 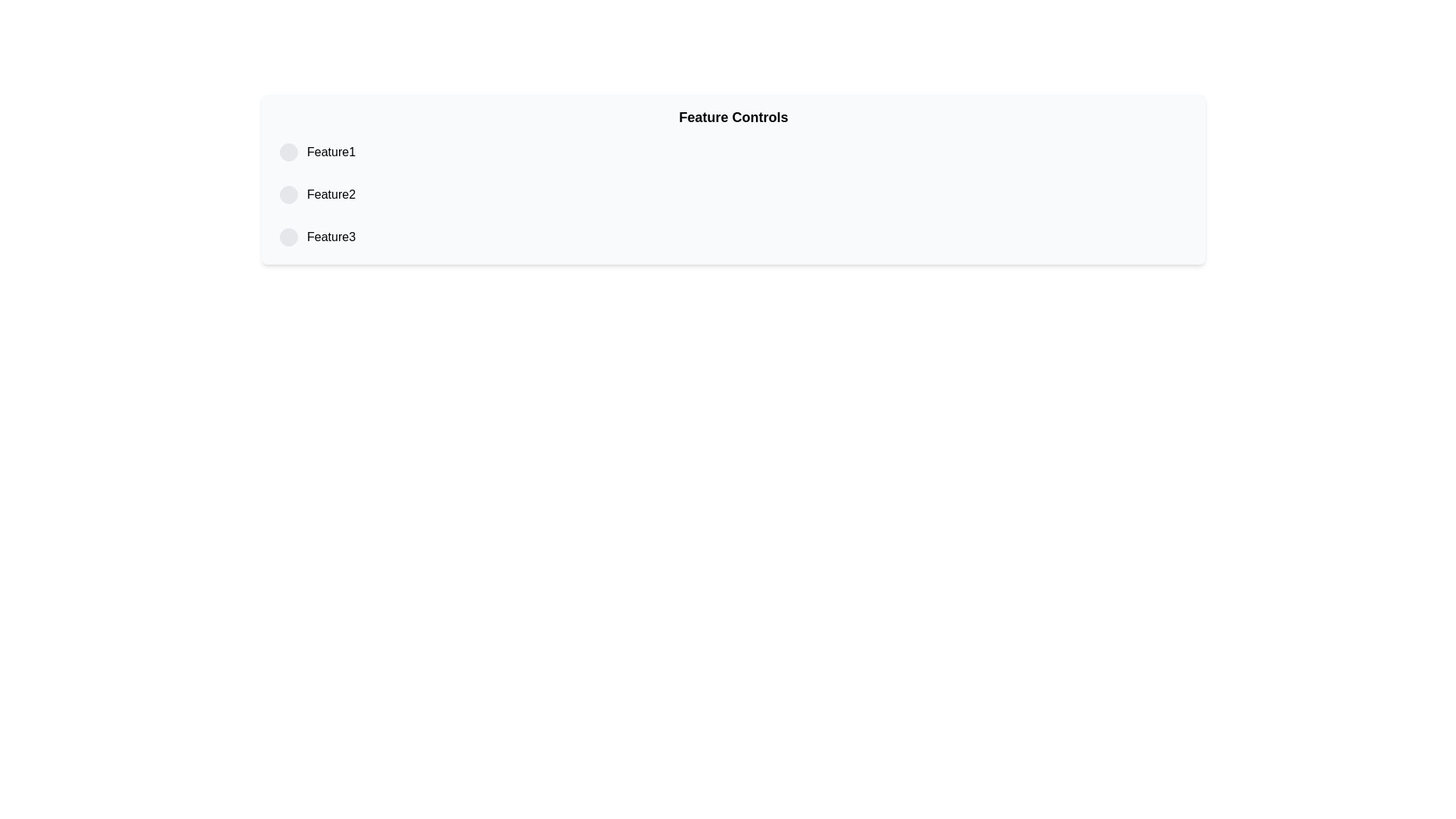 I want to click on the radio button associated with 'Feature3', so click(x=288, y=237).